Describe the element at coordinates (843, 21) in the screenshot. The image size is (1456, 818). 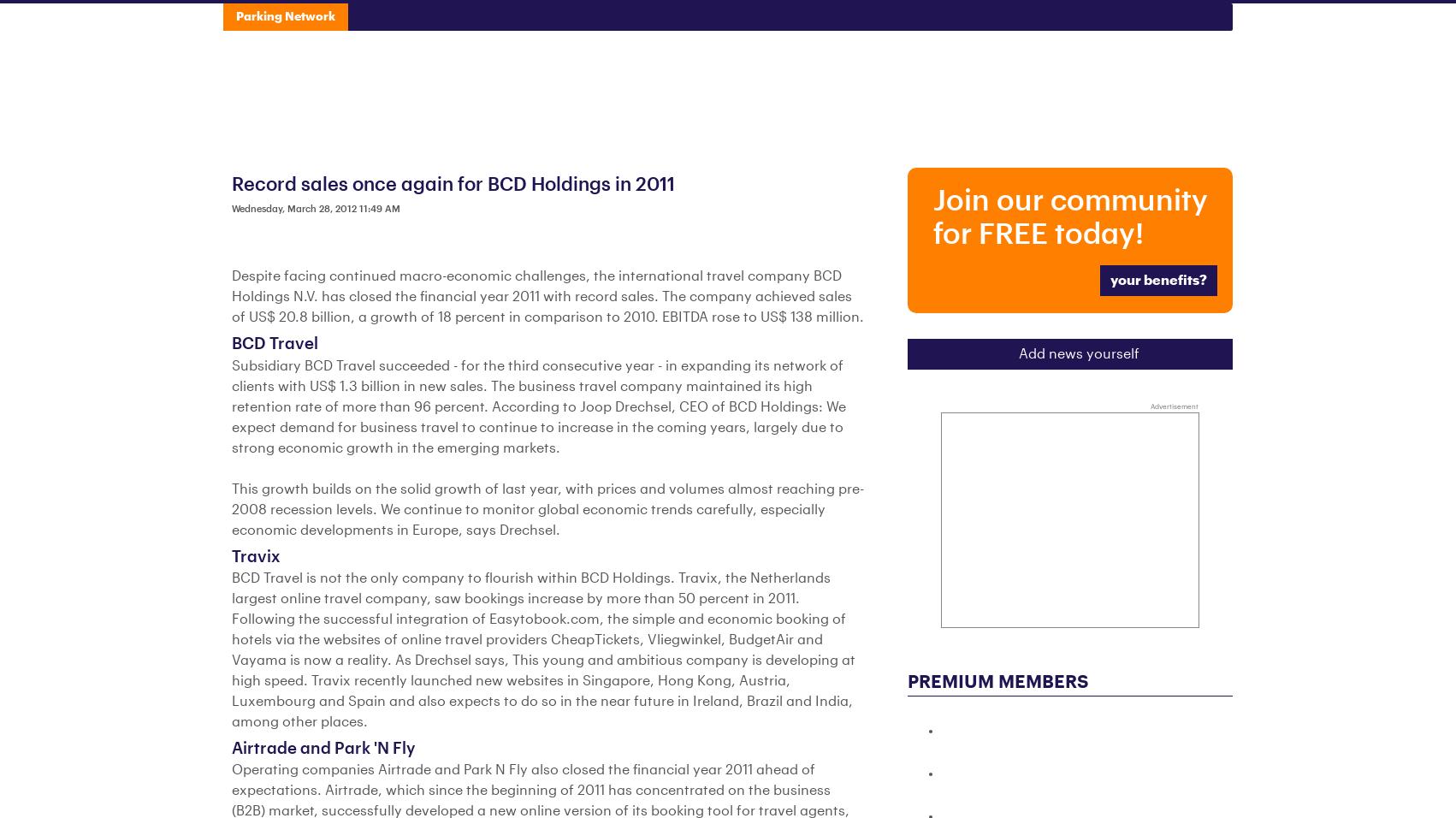
I see `'Associations'` at that location.